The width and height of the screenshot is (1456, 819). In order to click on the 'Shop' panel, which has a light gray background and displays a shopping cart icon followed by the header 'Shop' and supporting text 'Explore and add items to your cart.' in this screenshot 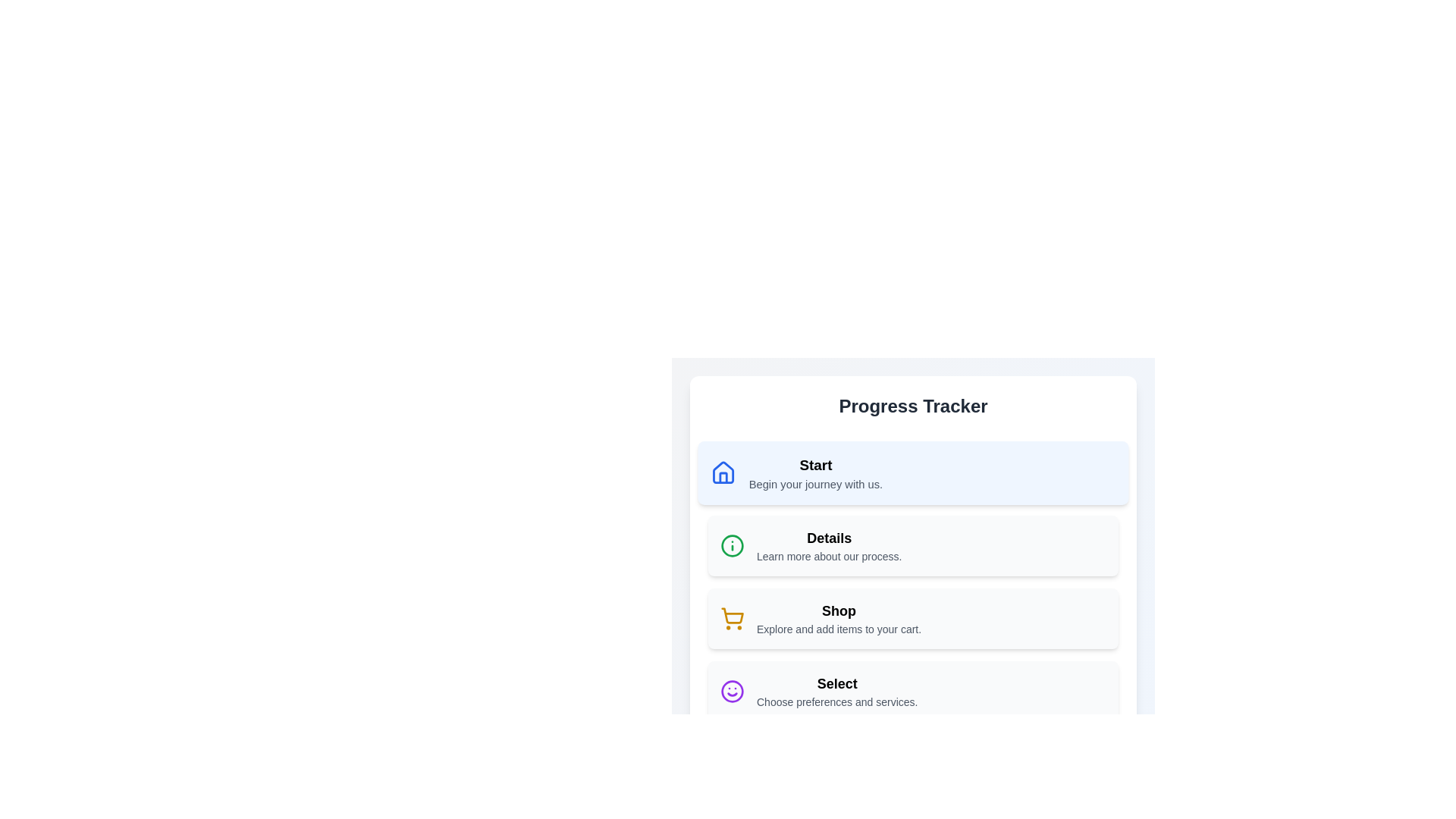, I will do `click(912, 619)`.